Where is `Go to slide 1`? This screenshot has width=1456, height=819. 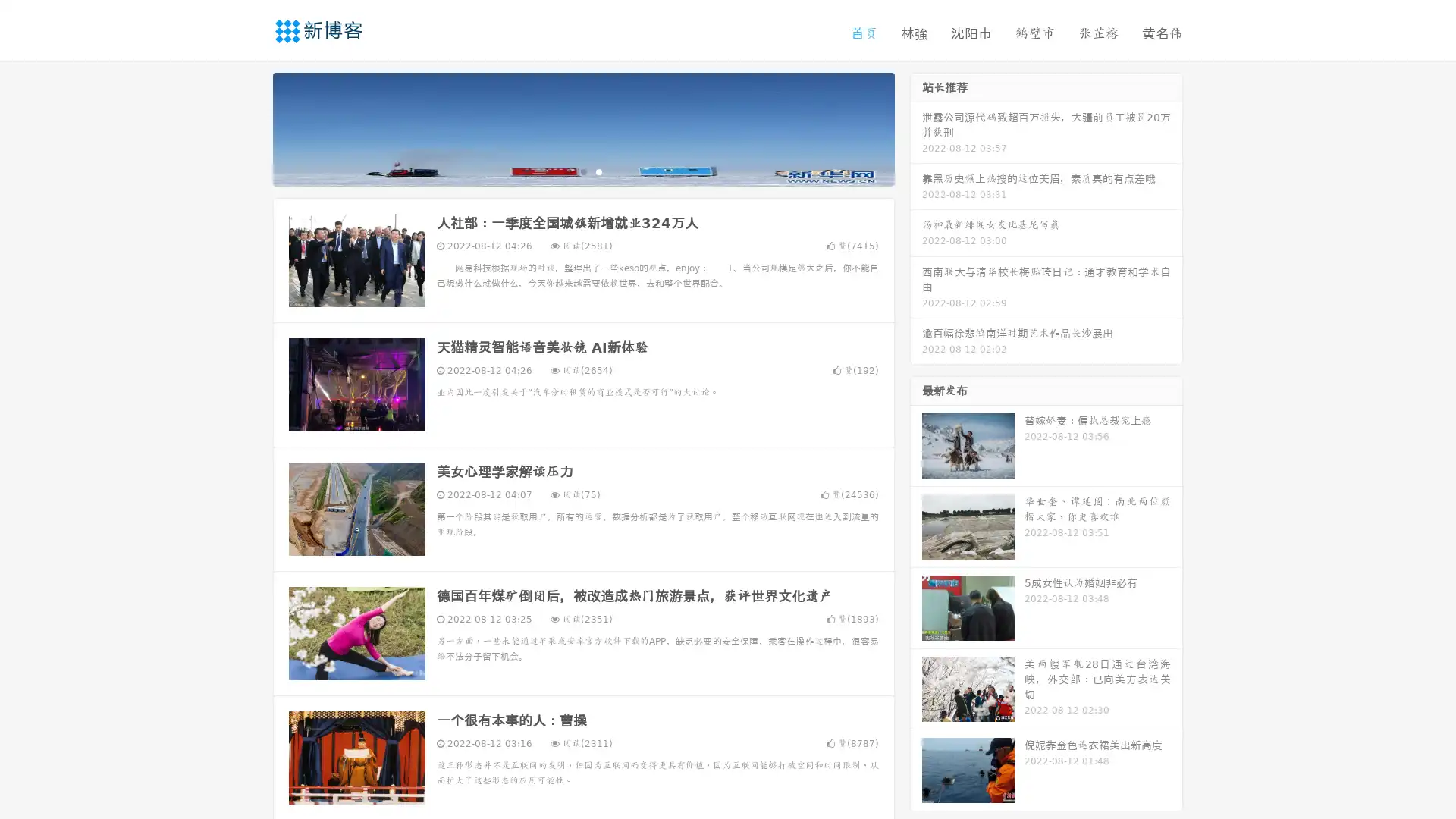 Go to slide 1 is located at coordinates (567, 171).